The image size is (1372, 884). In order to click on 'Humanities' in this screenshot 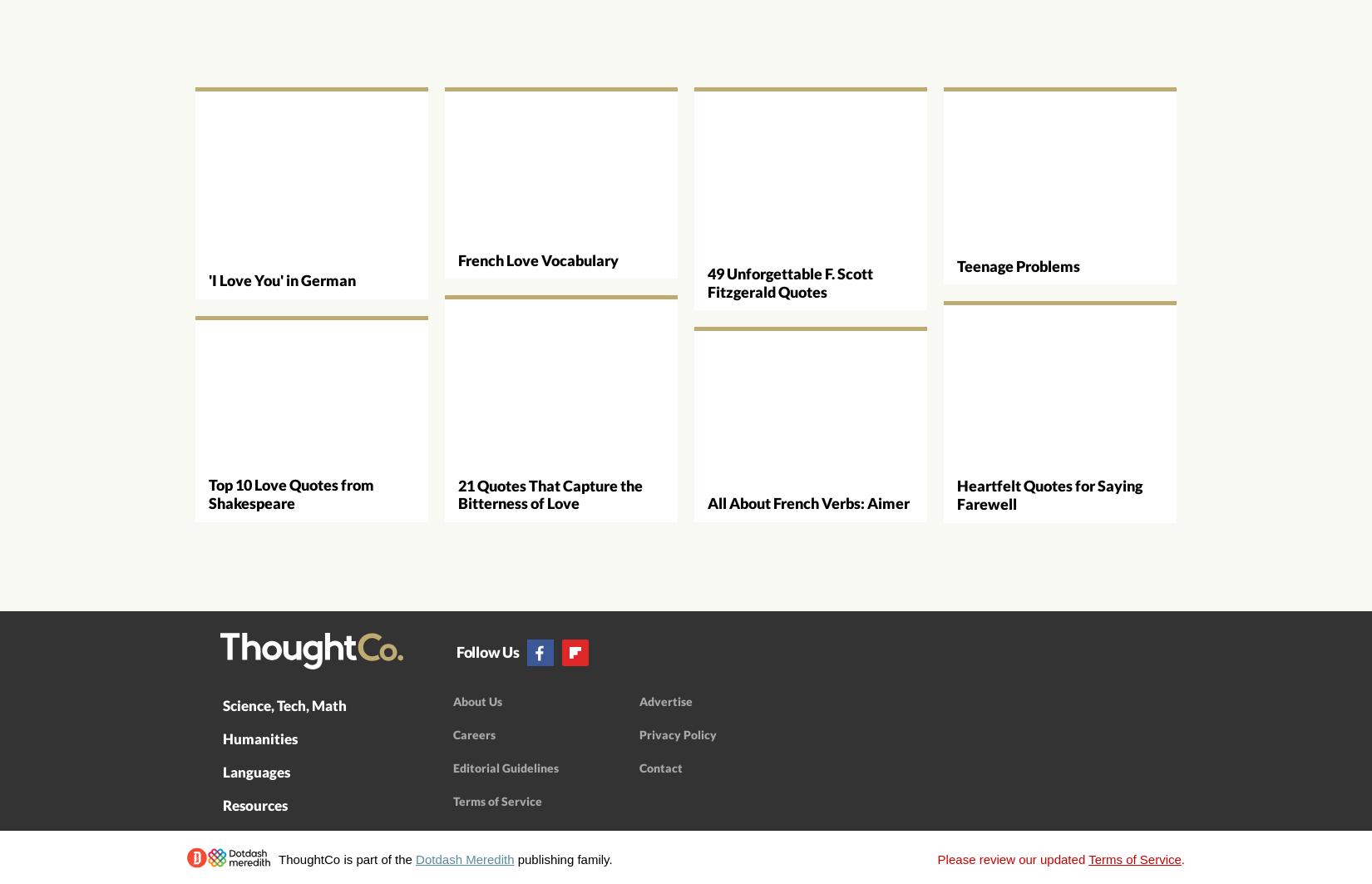, I will do `click(222, 737)`.